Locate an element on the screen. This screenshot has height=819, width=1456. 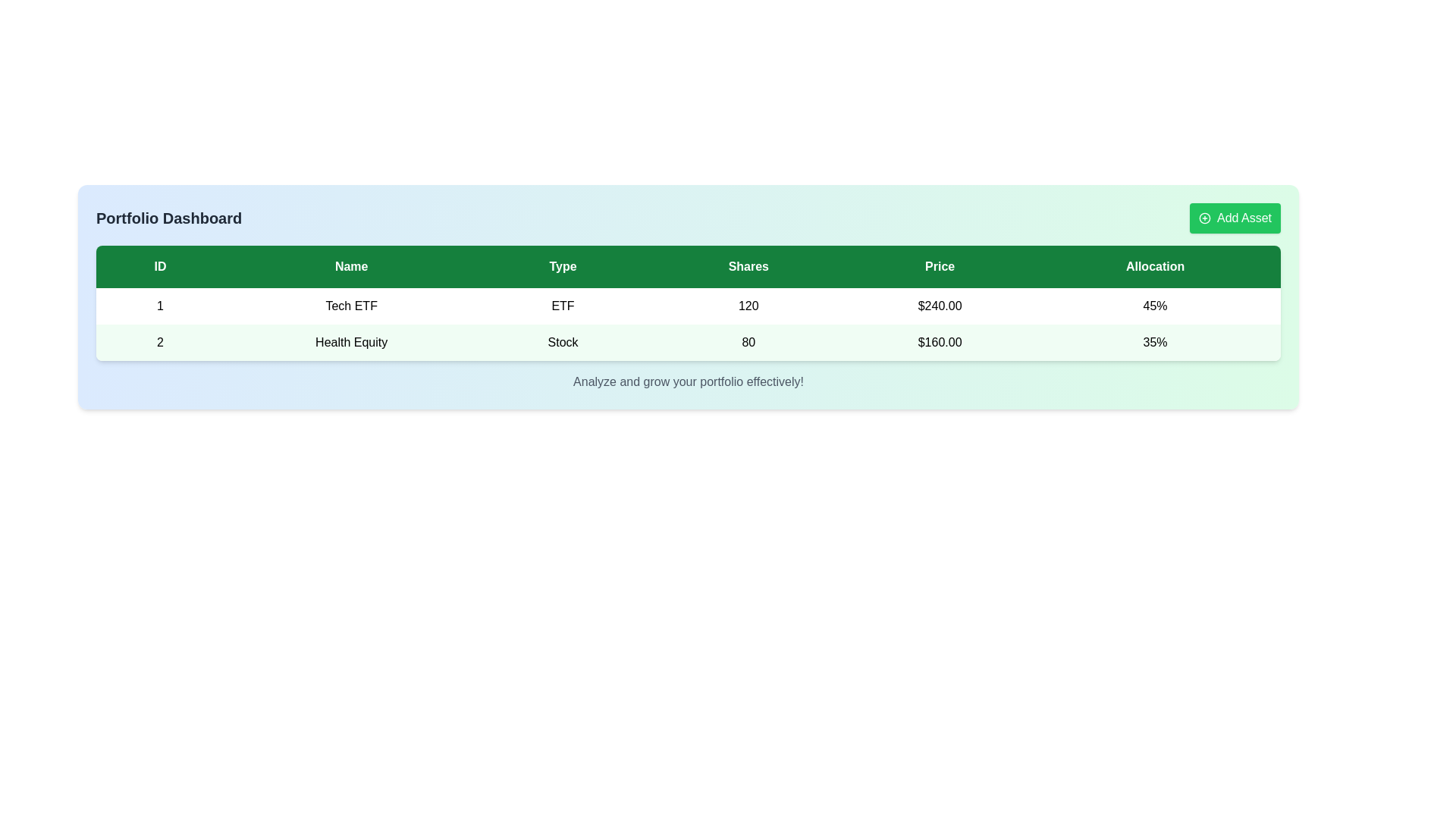
the Table Header that categorizes the third column in the header row of a table, located between 'Name' and 'Shares' is located at coordinates (562, 265).